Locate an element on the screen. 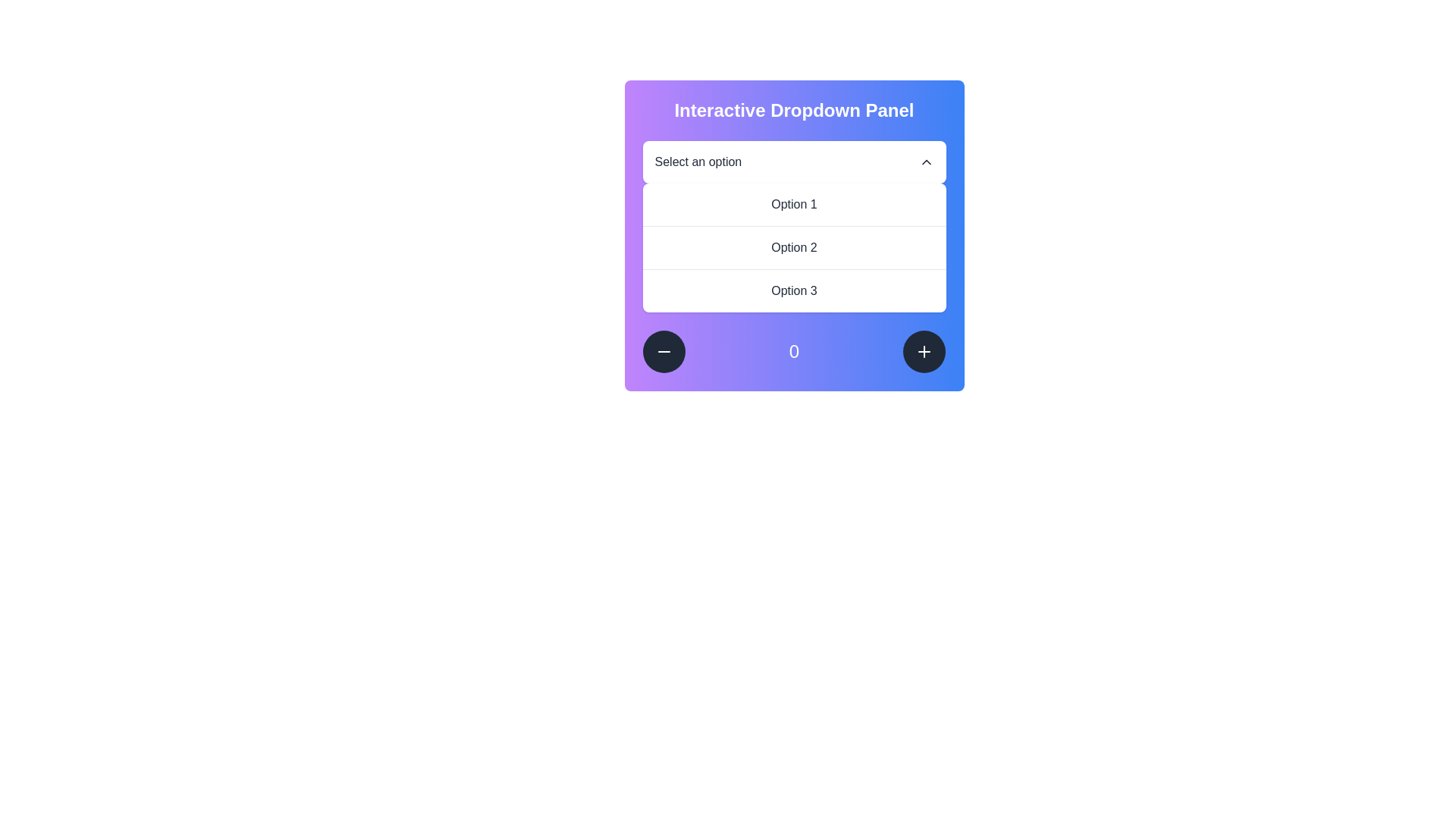 This screenshot has width=1456, height=819. the circular button with a dark gray background and a white plus '+' icon is located at coordinates (924, 351).